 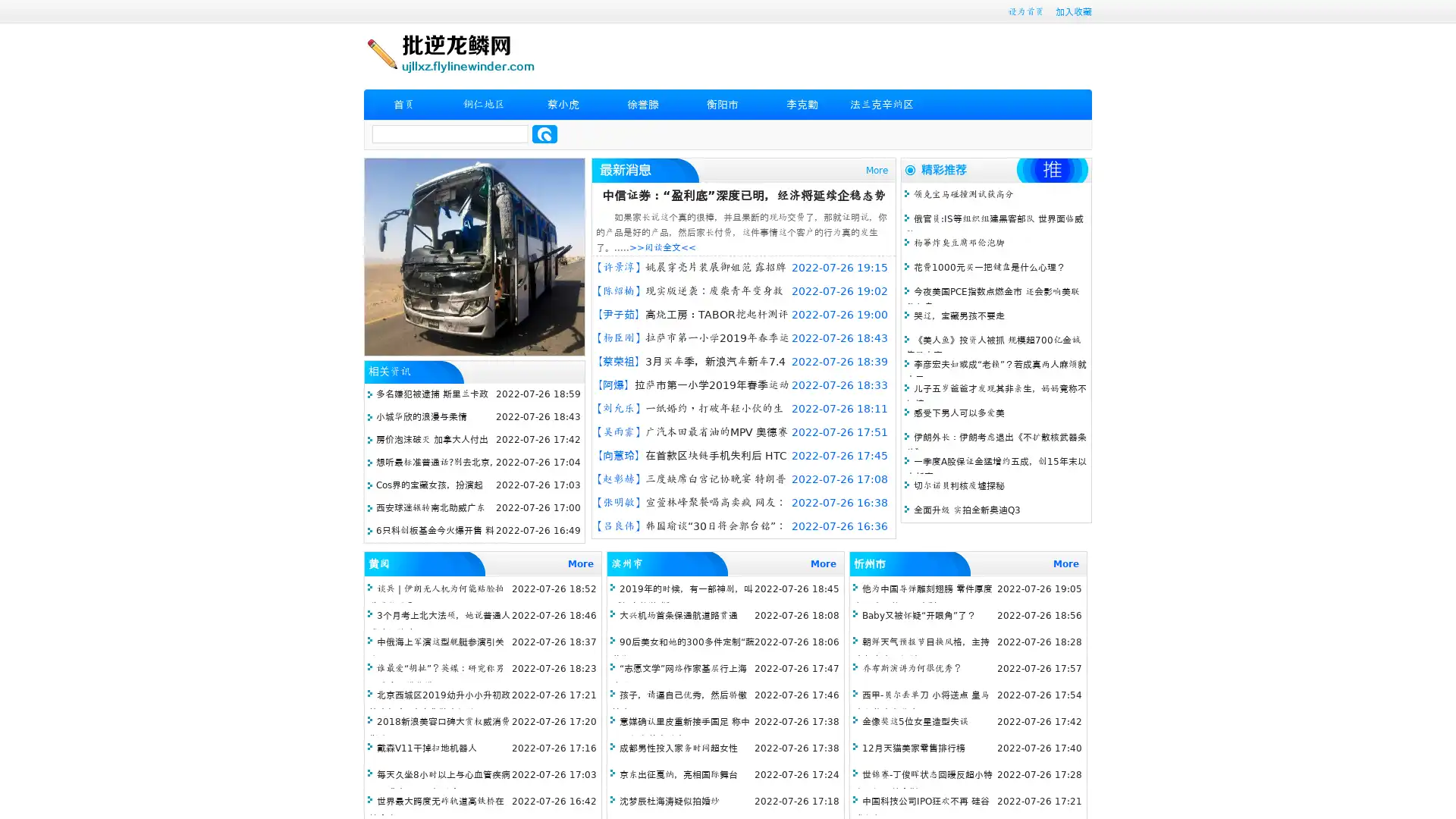 I want to click on Search, so click(x=544, y=133).